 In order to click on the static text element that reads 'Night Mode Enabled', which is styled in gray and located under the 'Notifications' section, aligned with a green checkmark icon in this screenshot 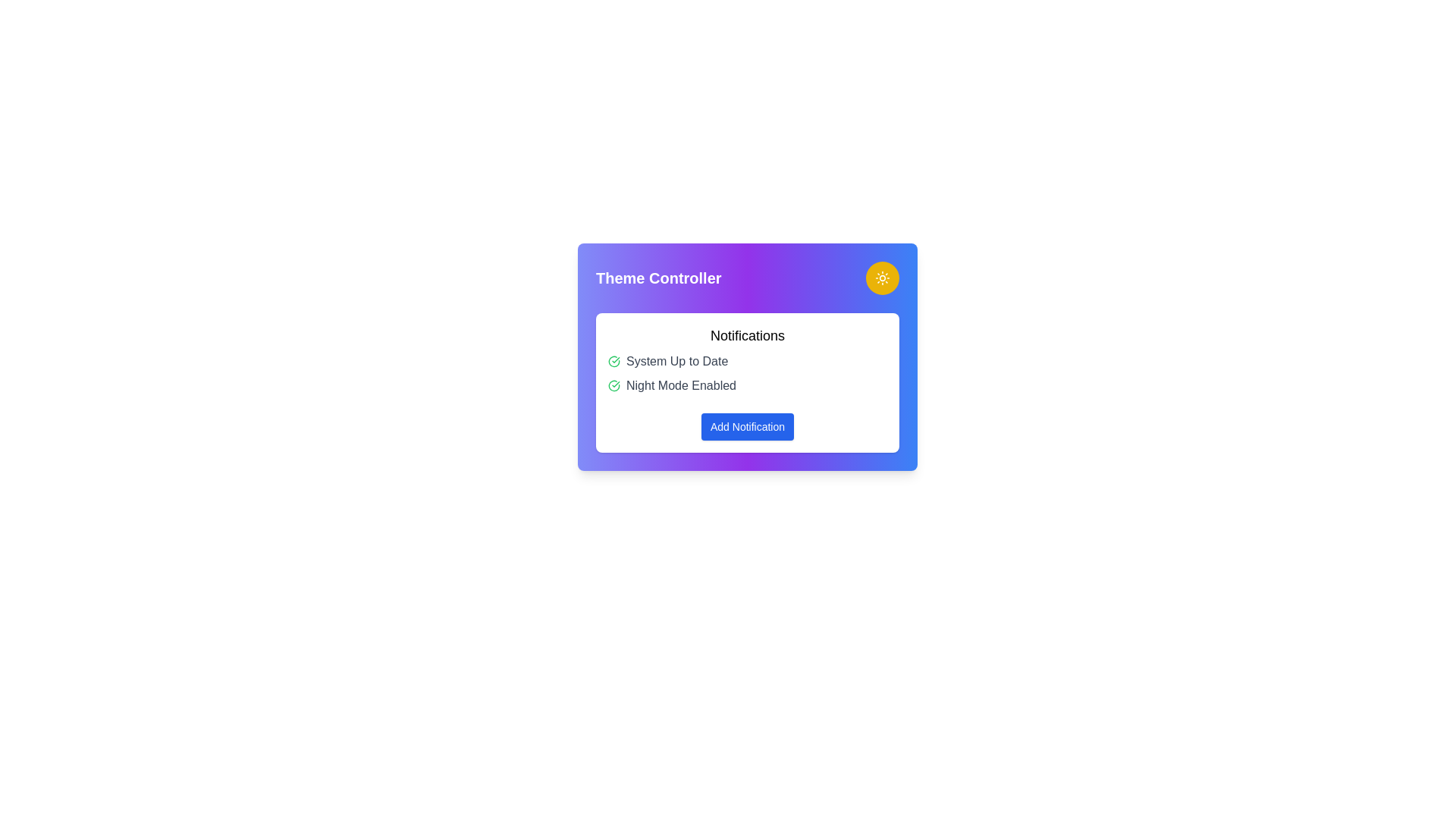, I will do `click(680, 385)`.